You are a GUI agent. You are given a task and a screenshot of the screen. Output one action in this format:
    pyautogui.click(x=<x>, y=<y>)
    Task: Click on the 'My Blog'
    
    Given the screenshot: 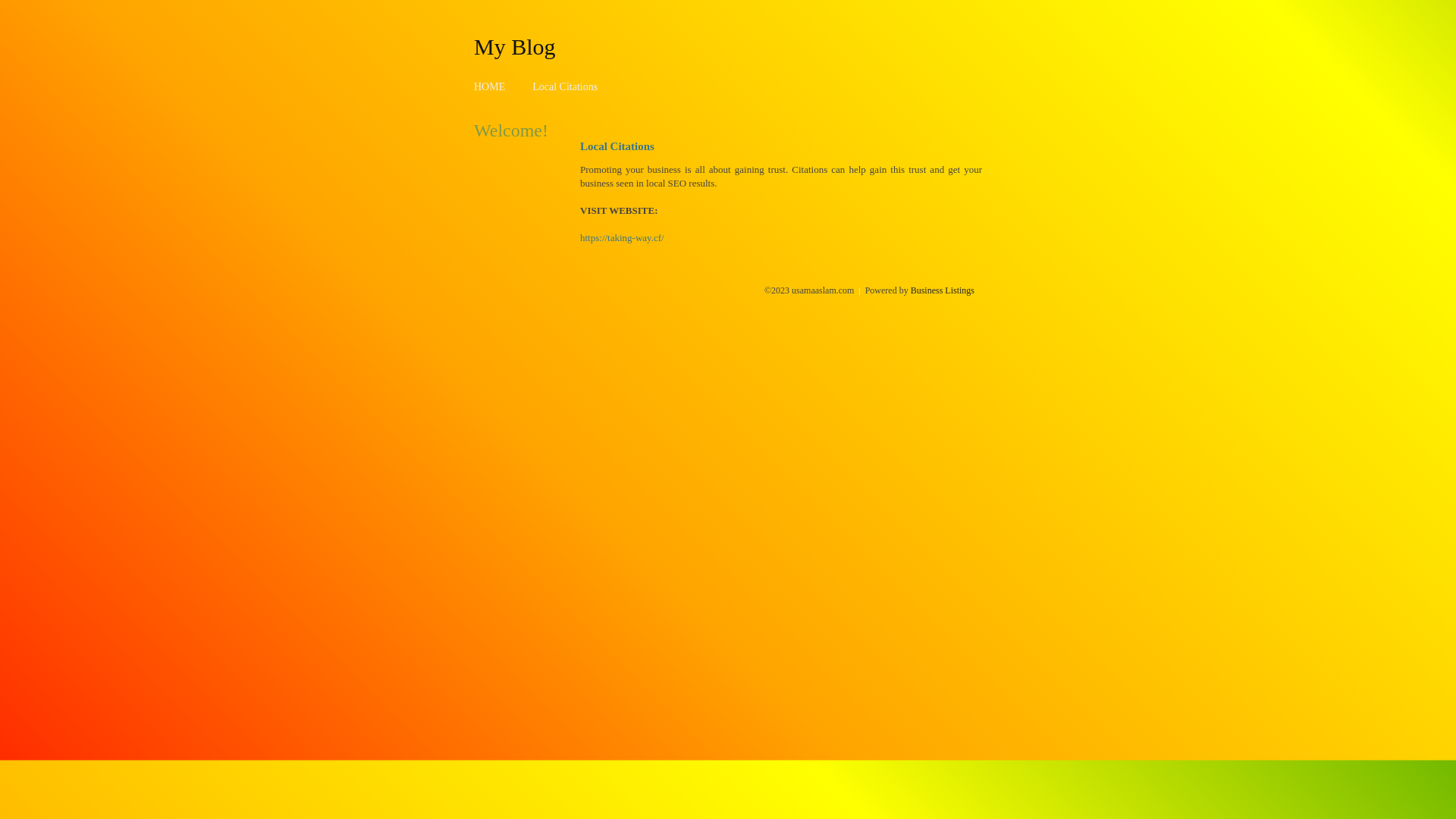 What is the action you would take?
    pyautogui.click(x=514, y=45)
    